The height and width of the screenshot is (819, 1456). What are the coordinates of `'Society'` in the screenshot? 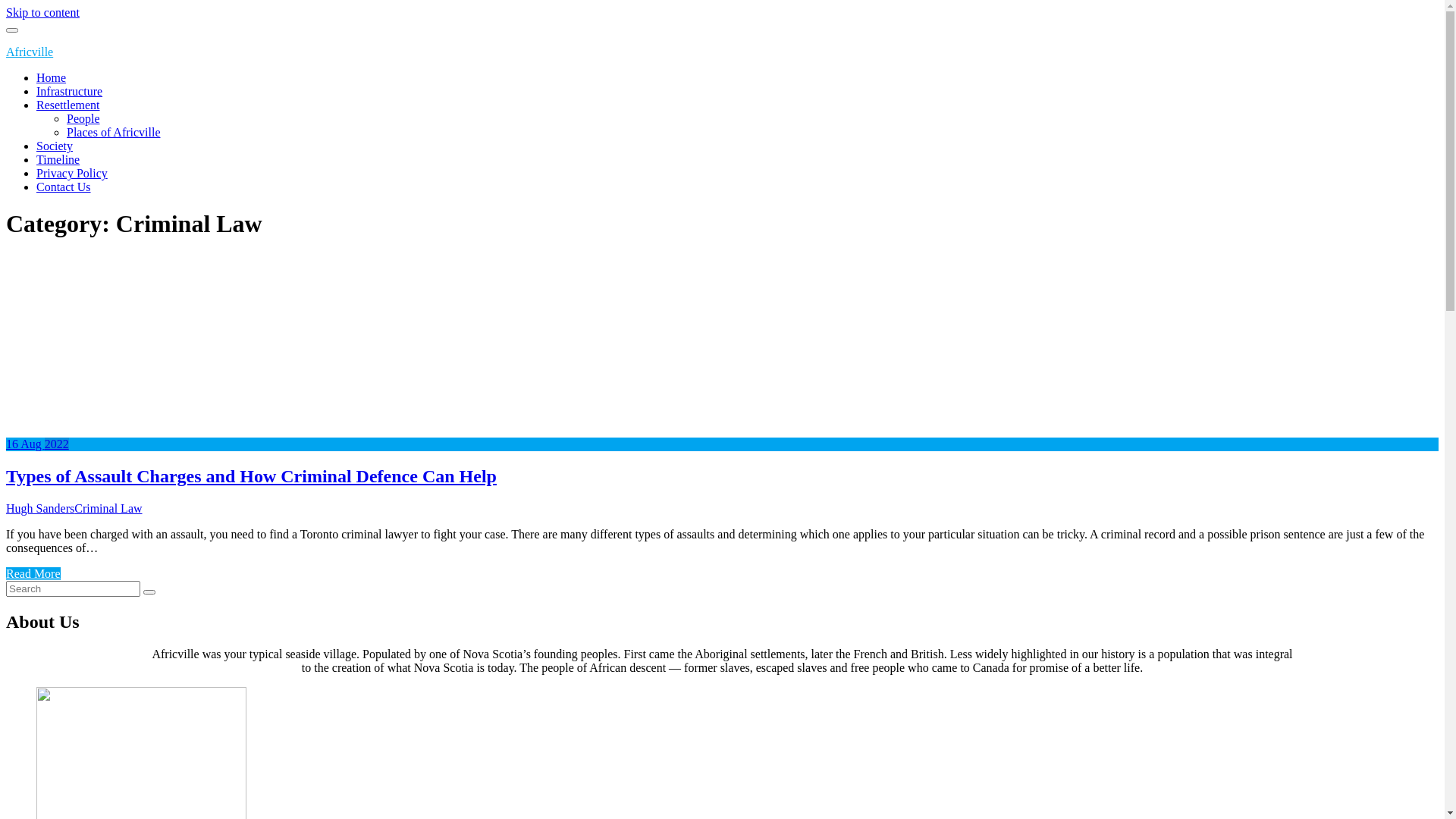 It's located at (55, 146).